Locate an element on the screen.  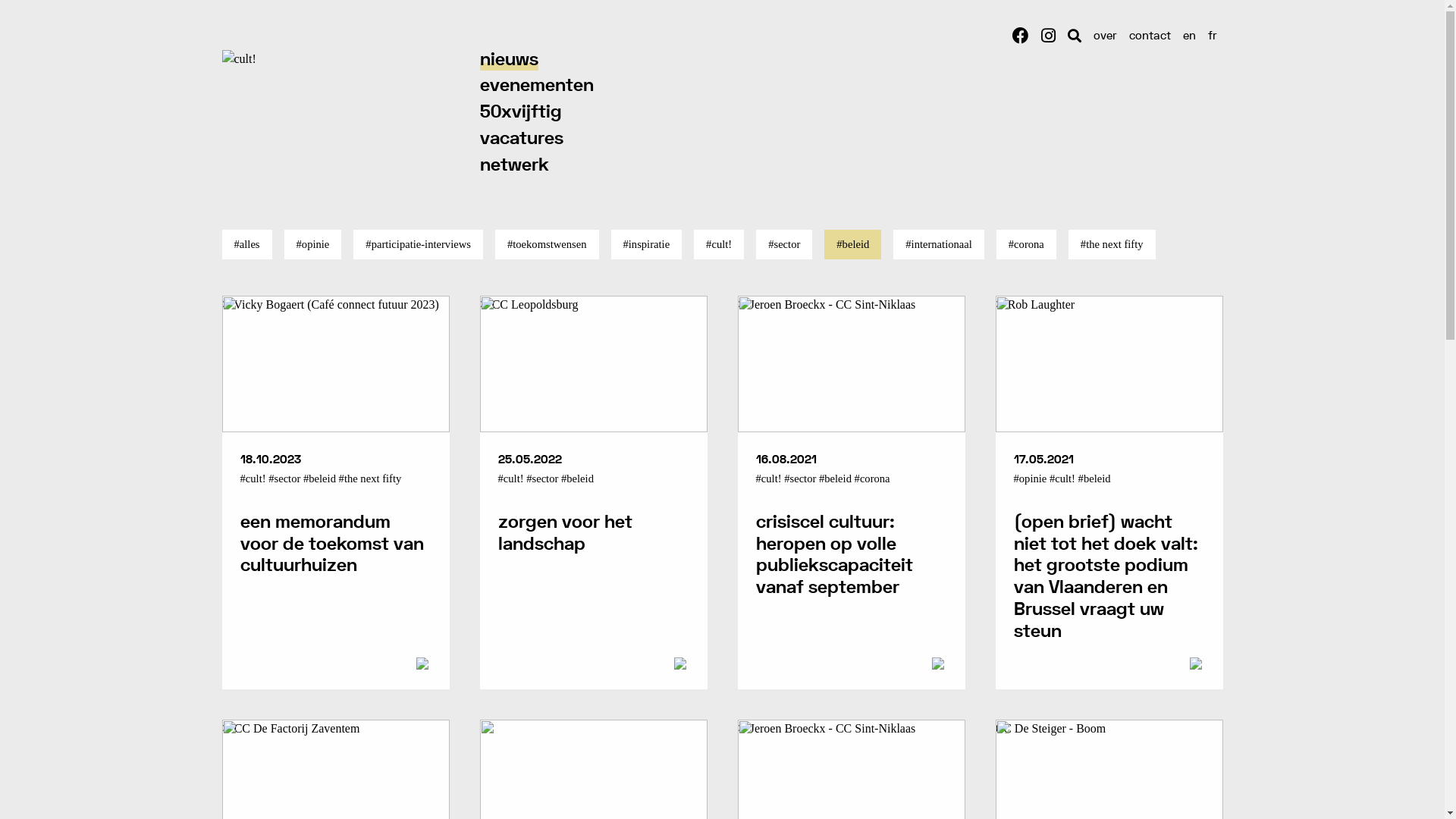
'en' is located at coordinates (1175, 36).